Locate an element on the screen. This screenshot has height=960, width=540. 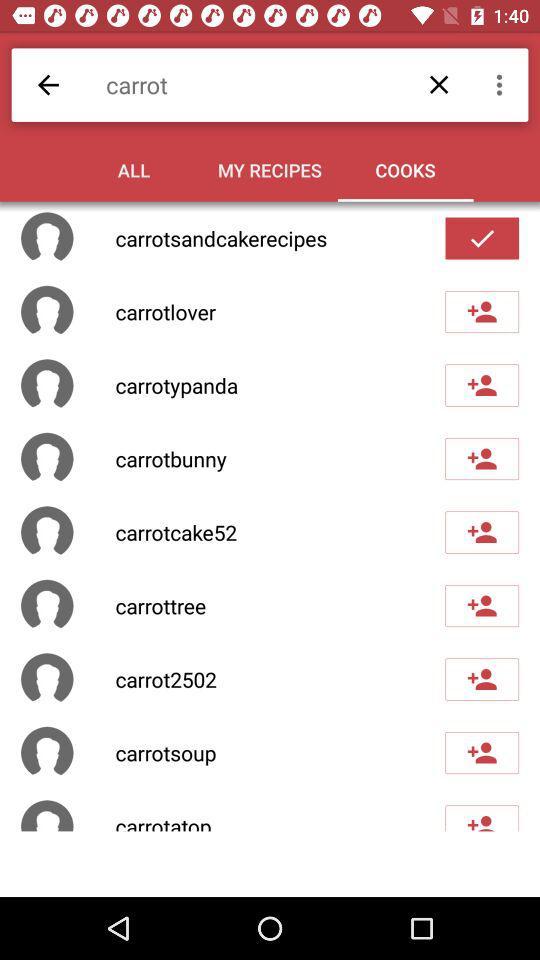
the item above all icon is located at coordinates (279, 84).